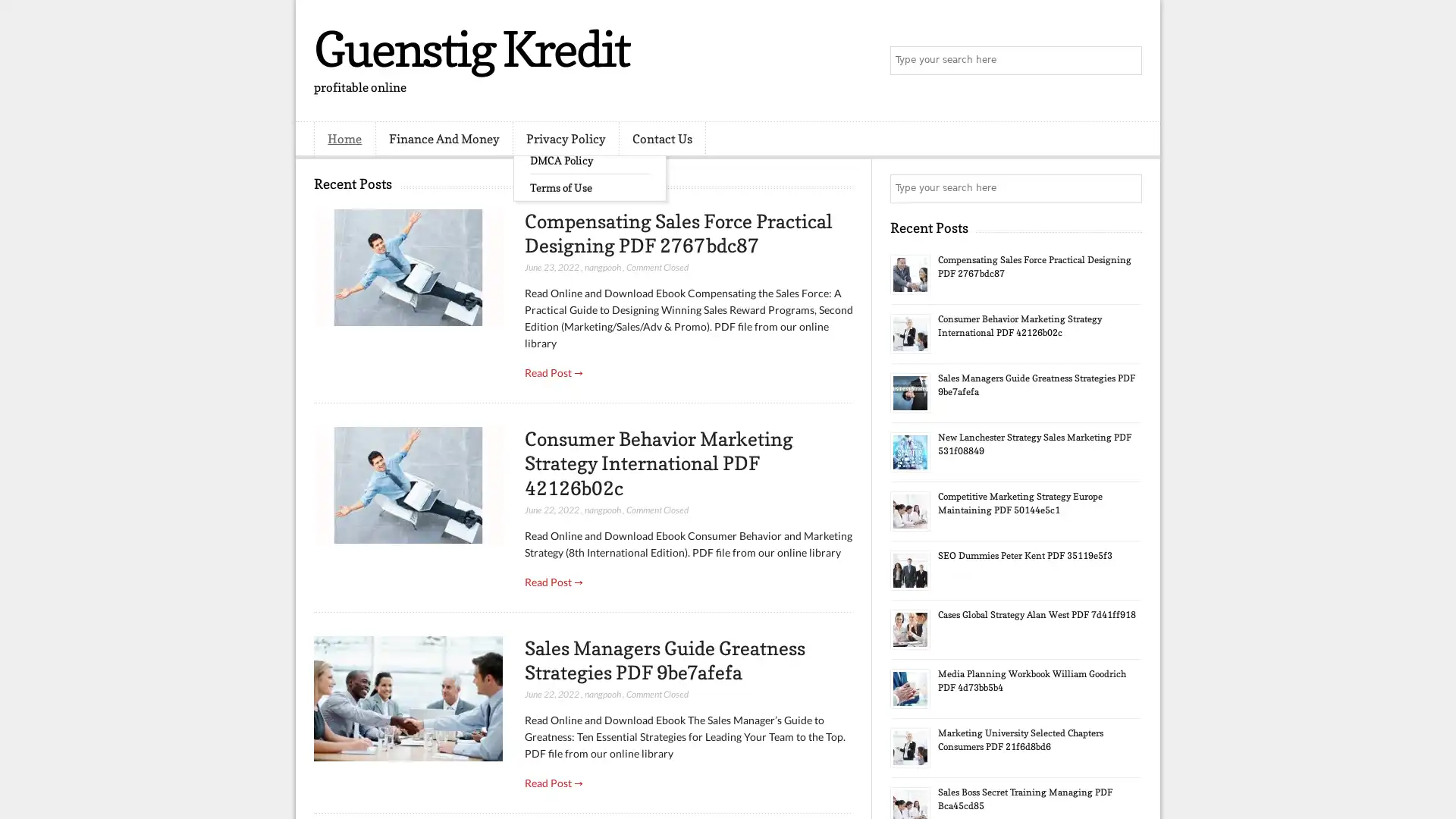 Image resolution: width=1456 pixels, height=819 pixels. Describe the element at coordinates (1126, 61) in the screenshot. I see `Search` at that location.